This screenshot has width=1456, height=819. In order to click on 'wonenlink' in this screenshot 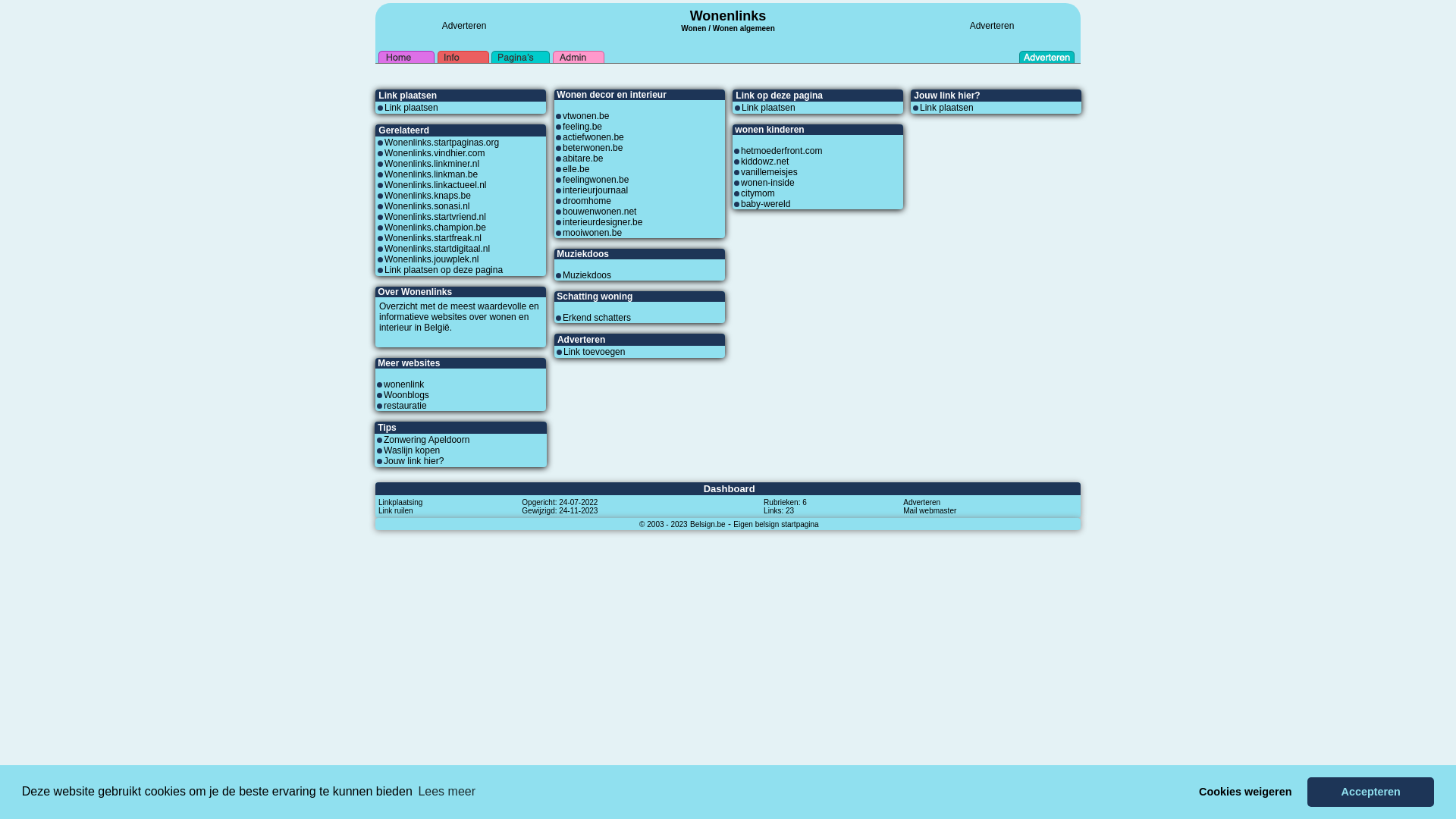, I will do `click(383, 383)`.